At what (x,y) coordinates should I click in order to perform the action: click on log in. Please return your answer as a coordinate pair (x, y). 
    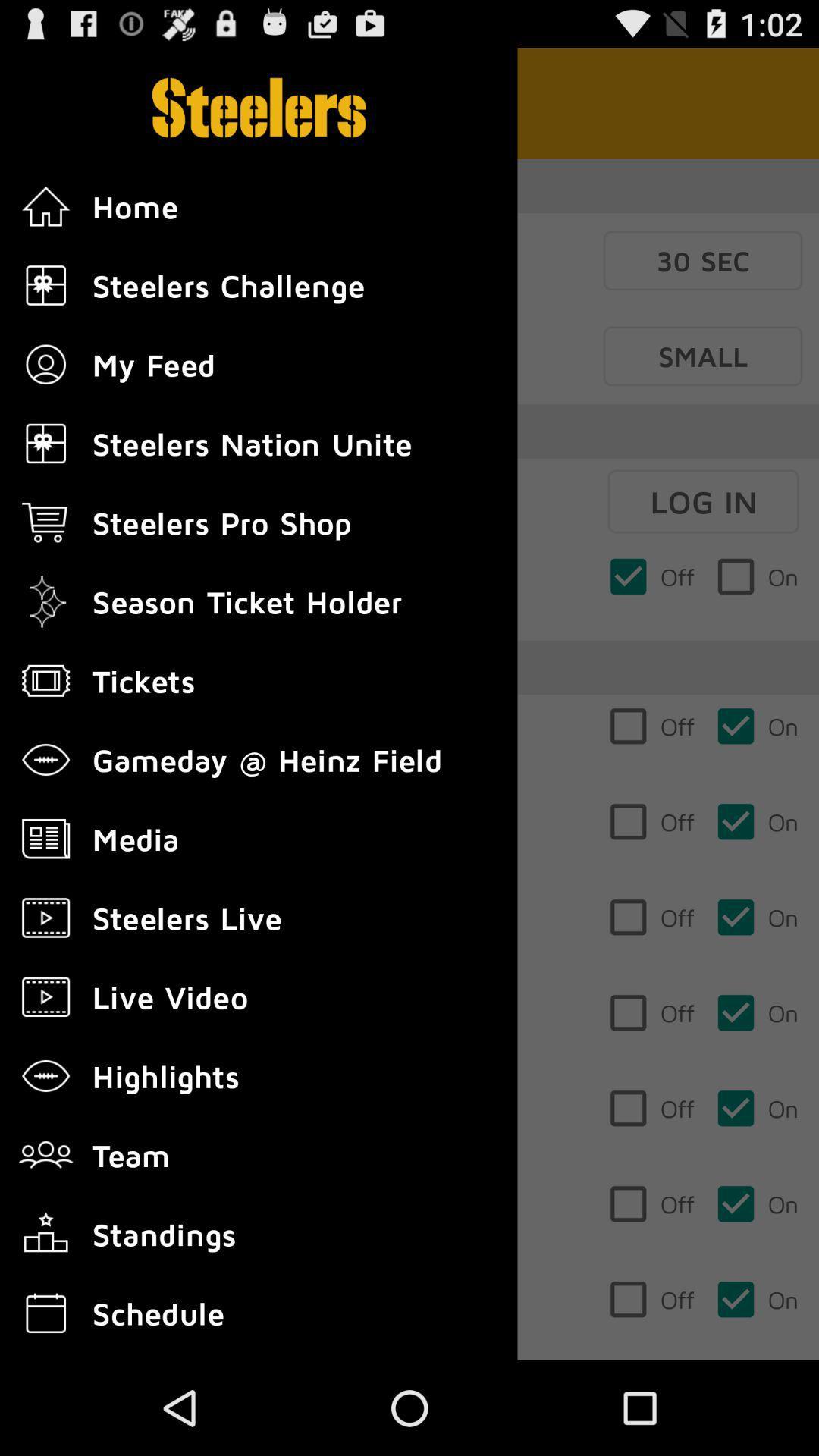
    Looking at the image, I should click on (704, 502).